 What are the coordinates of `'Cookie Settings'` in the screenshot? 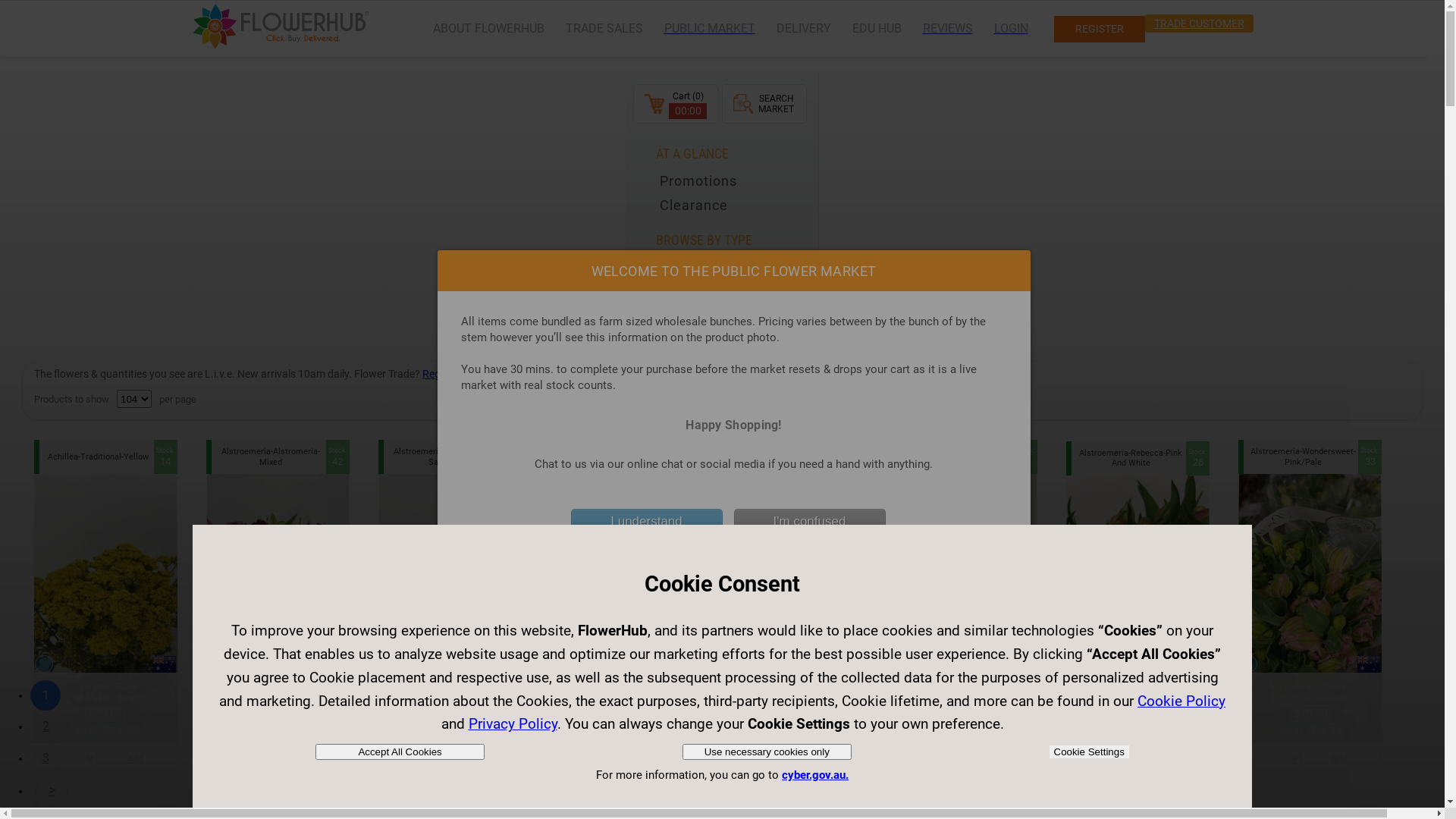 It's located at (1088, 752).